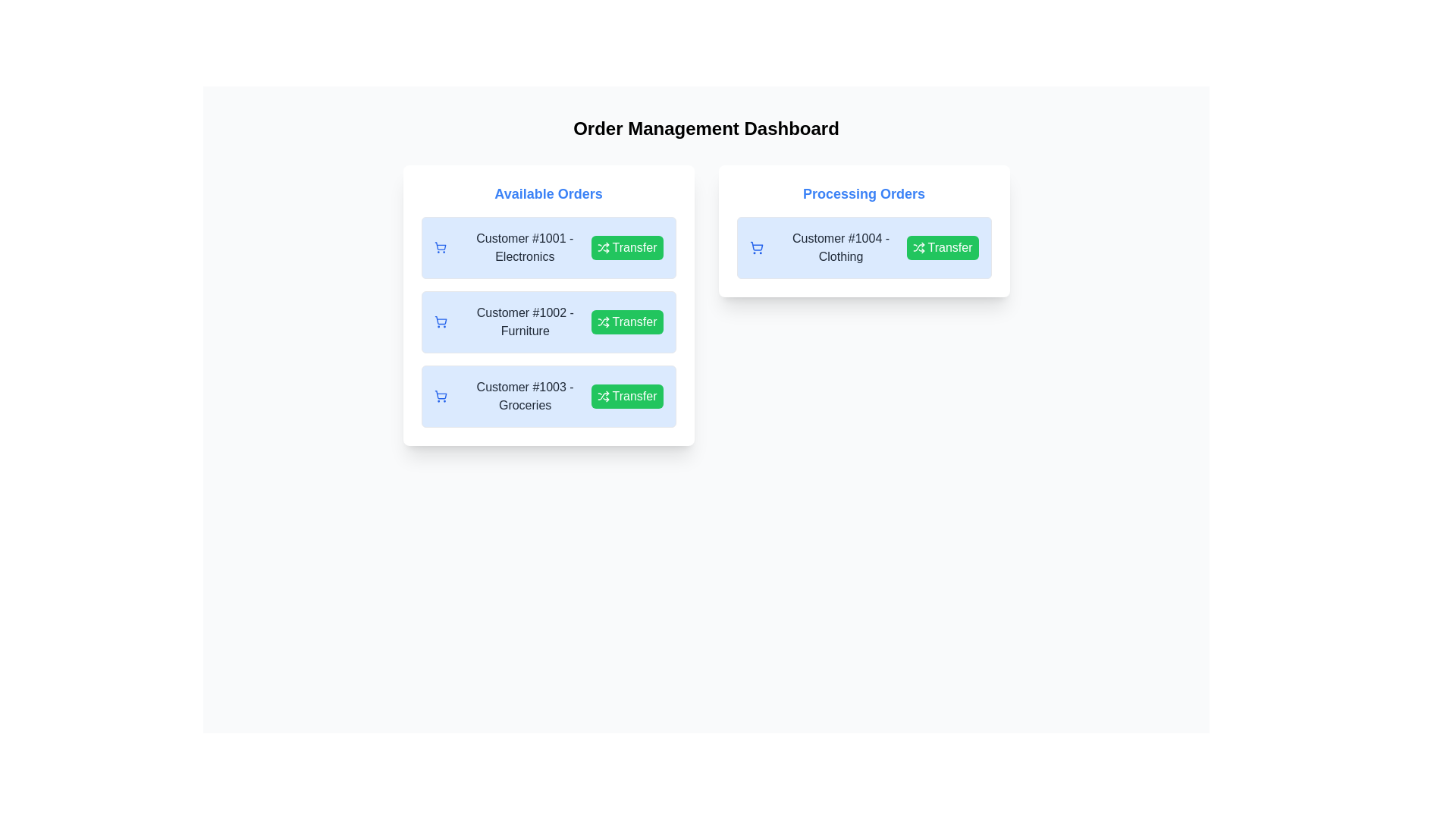 This screenshot has width=1456, height=819. Describe the element at coordinates (548, 396) in the screenshot. I see `the order details for customer number 1003 in the 'Available Orders' panel` at that location.